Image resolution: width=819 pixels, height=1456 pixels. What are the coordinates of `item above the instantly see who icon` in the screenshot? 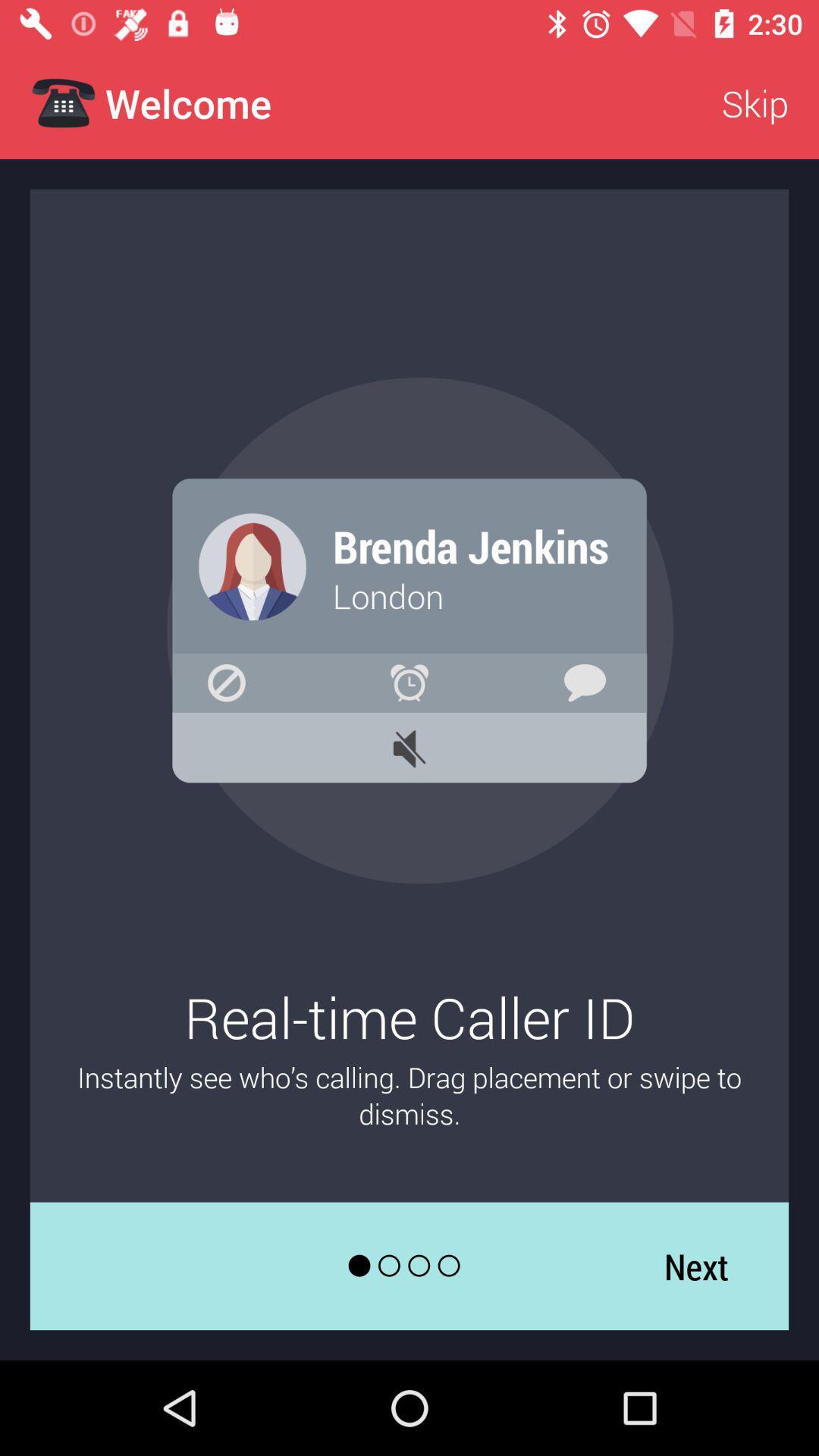 It's located at (755, 102).